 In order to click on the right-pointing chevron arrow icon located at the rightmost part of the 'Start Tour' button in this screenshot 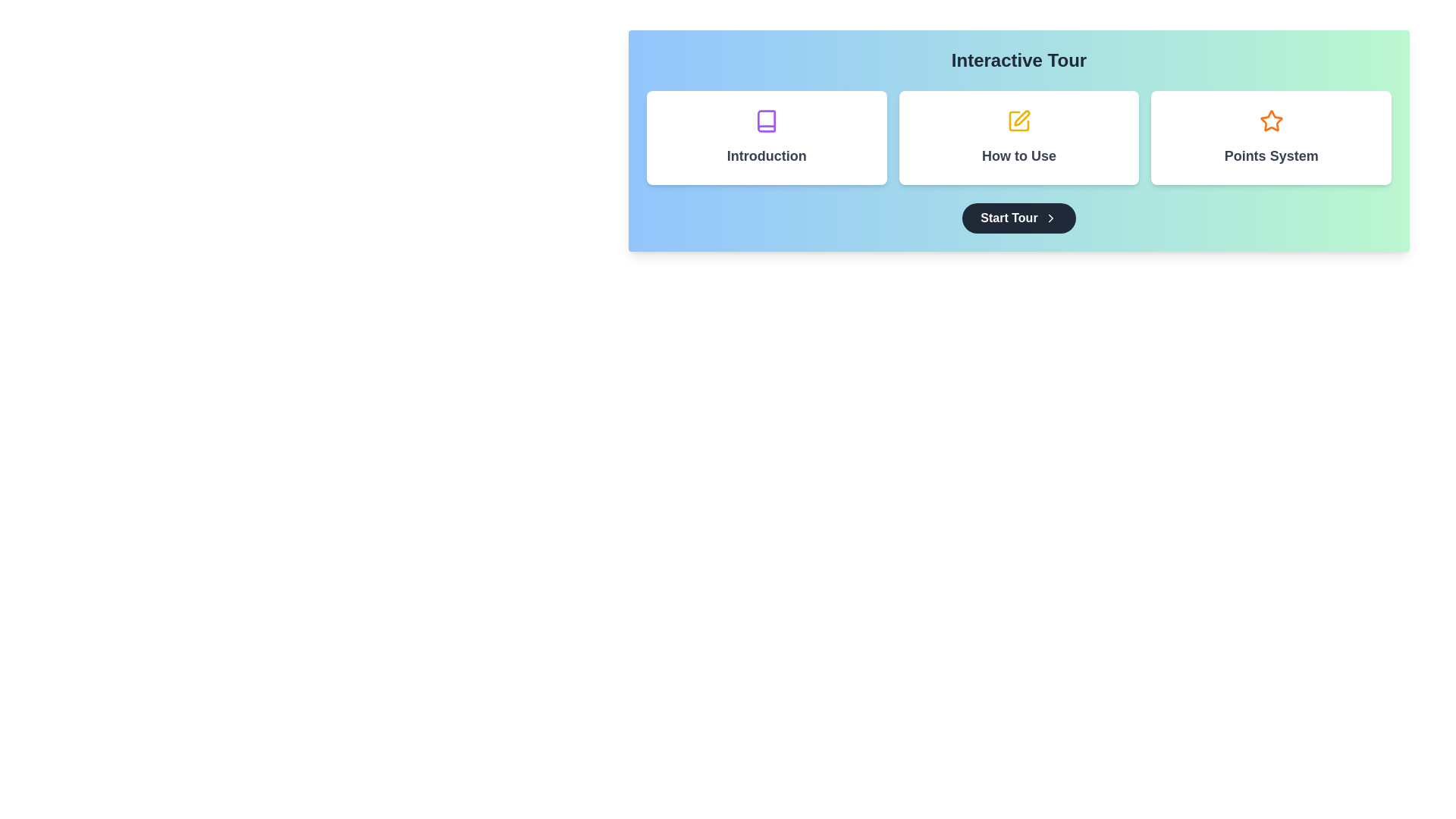, I will do `click(1050, 218)`.